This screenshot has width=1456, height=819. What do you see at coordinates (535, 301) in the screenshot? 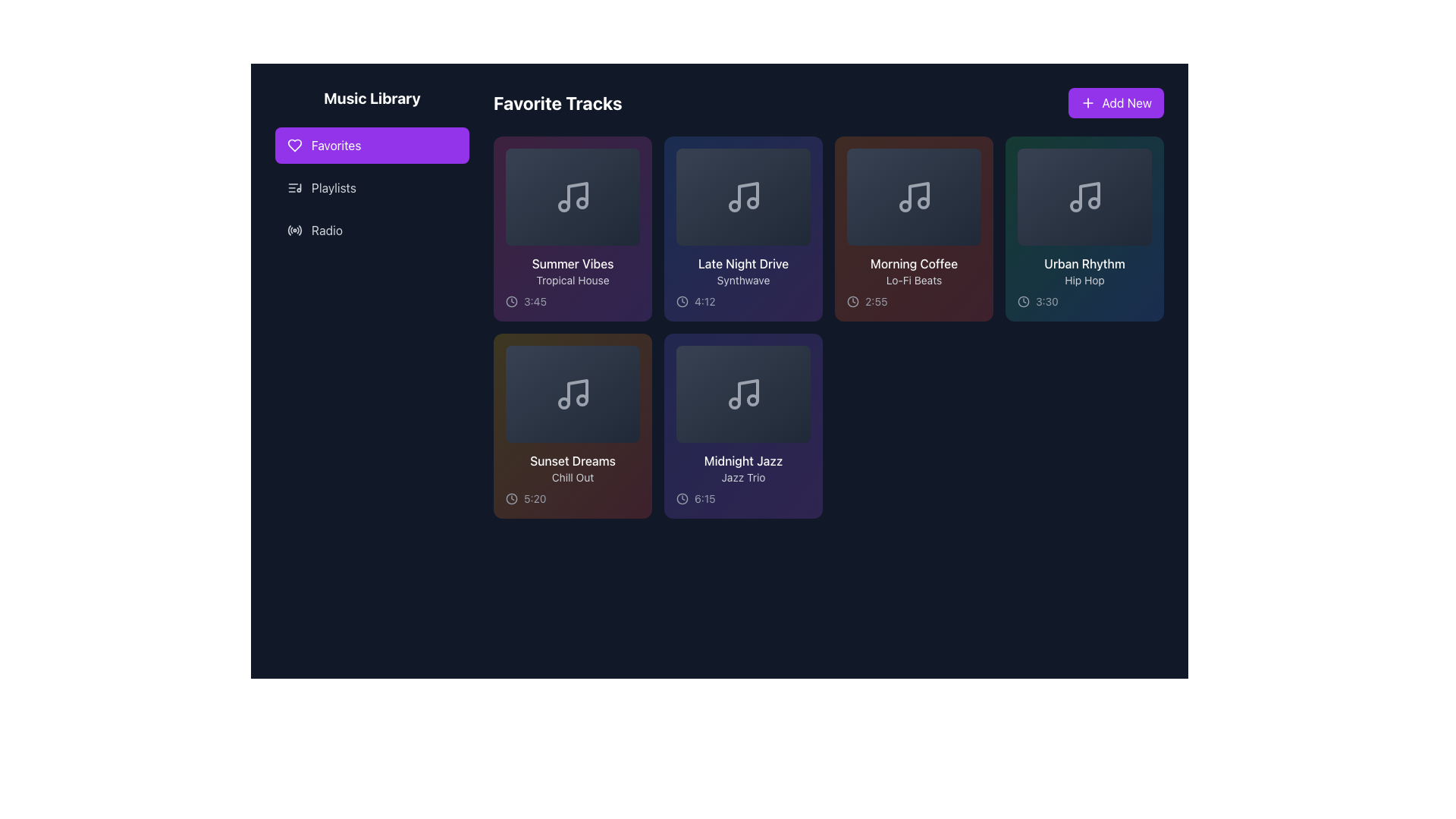
I see `the text label displaying the time duration '3:45', located below the title 'Summer Vibes' and to the right of a clock icon in the 'Favorite Tracks' area` at bounding box center [535, 301].